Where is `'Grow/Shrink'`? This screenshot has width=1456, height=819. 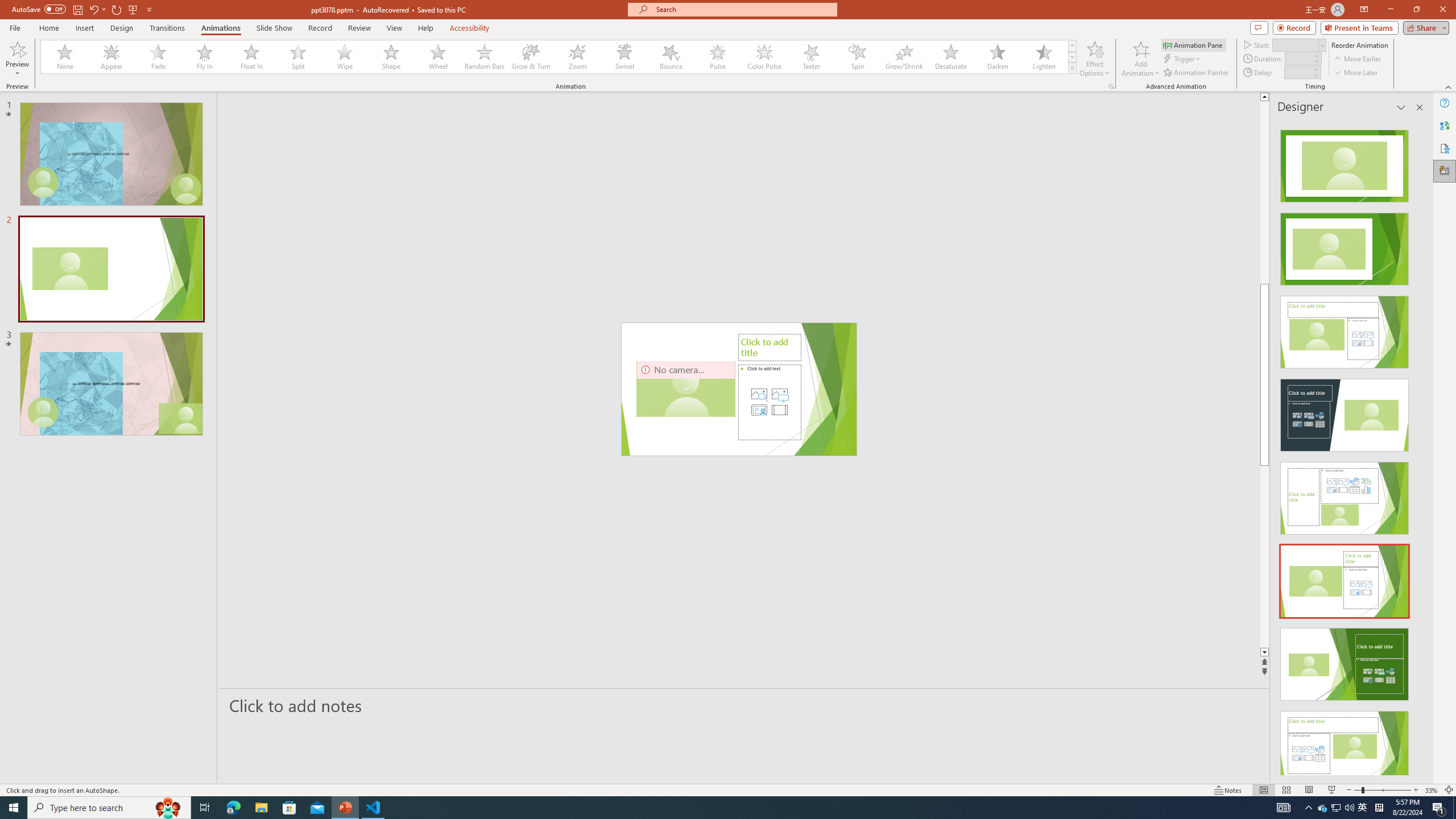 'Grow/Shrink' is located at coordinates (904, 56).